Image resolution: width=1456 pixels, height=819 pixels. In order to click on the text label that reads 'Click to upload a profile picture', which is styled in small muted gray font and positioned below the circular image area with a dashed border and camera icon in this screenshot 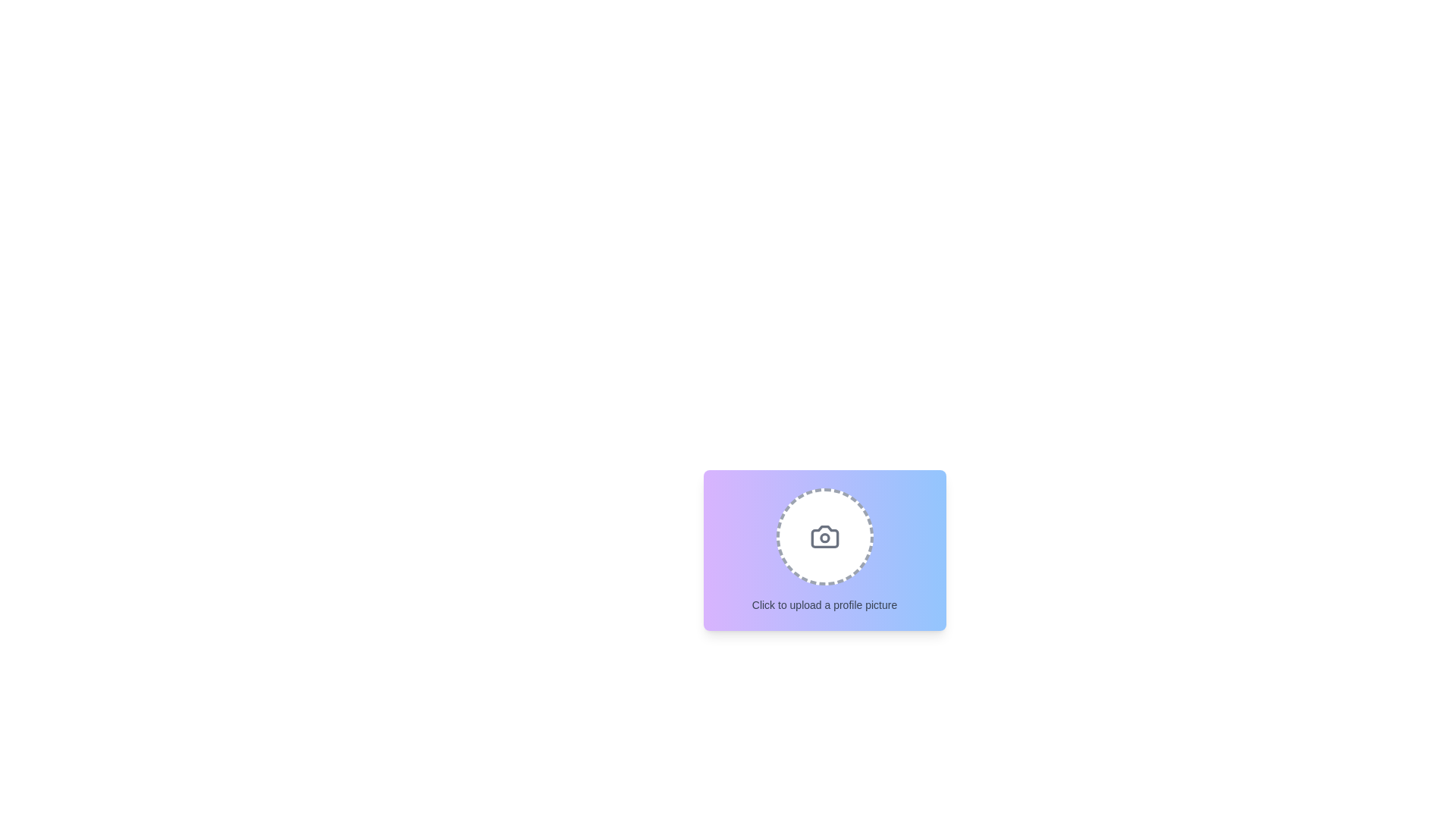, I will do `click(824, 604)`.